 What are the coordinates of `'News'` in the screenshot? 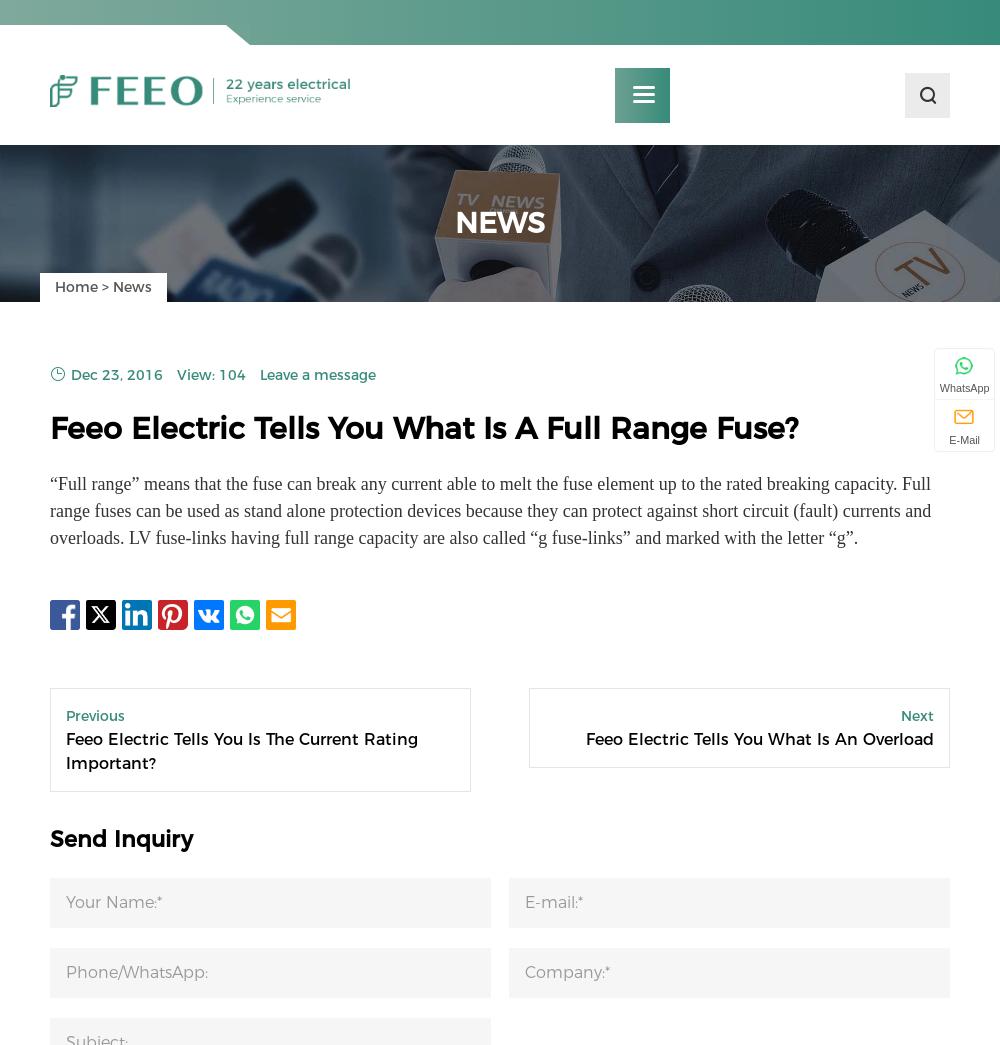 It's located at (500, 232).